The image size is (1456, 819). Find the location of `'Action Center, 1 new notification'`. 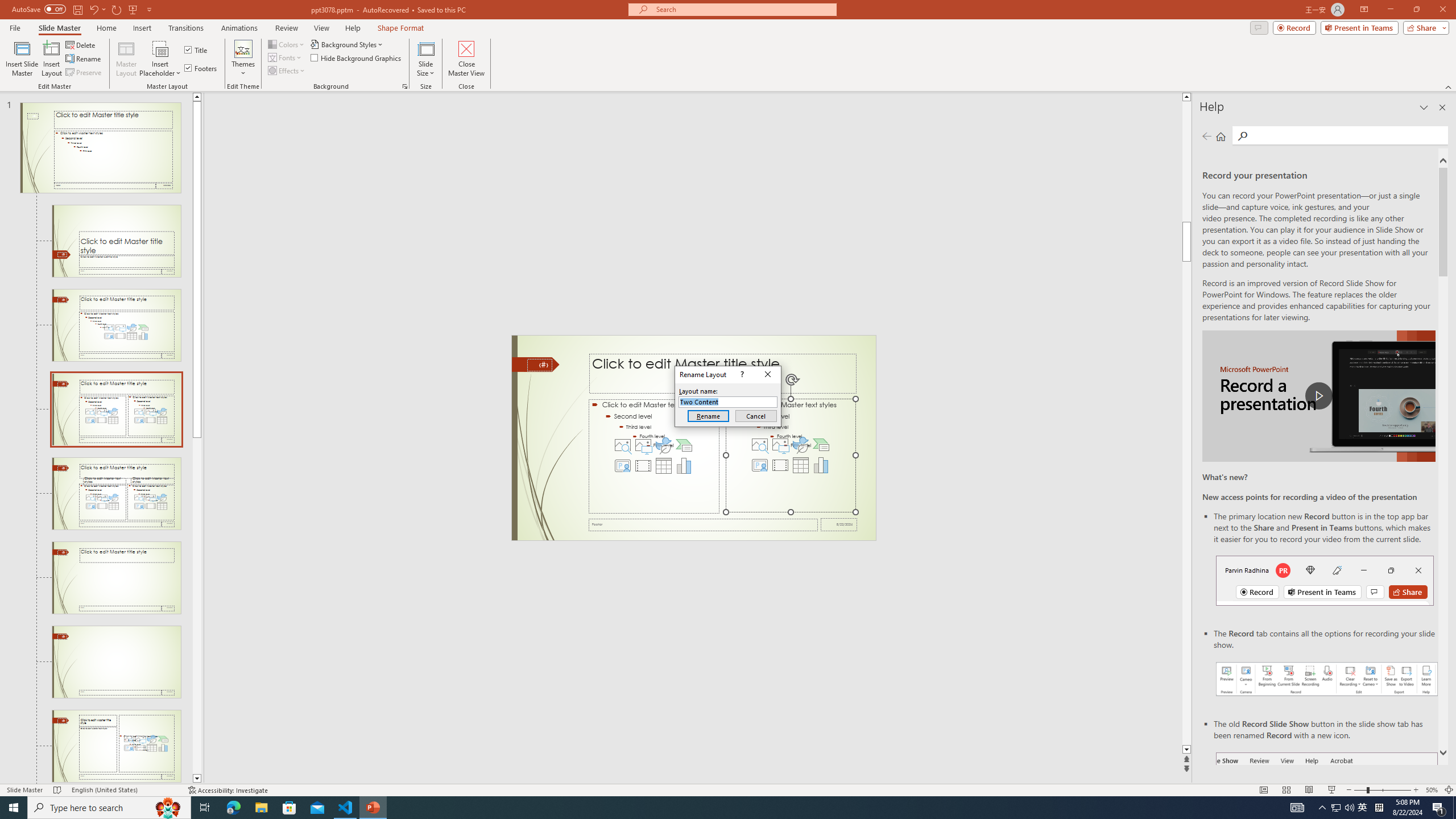

'Action Center, 1 new notification' is located at coordinates (1439, 806).